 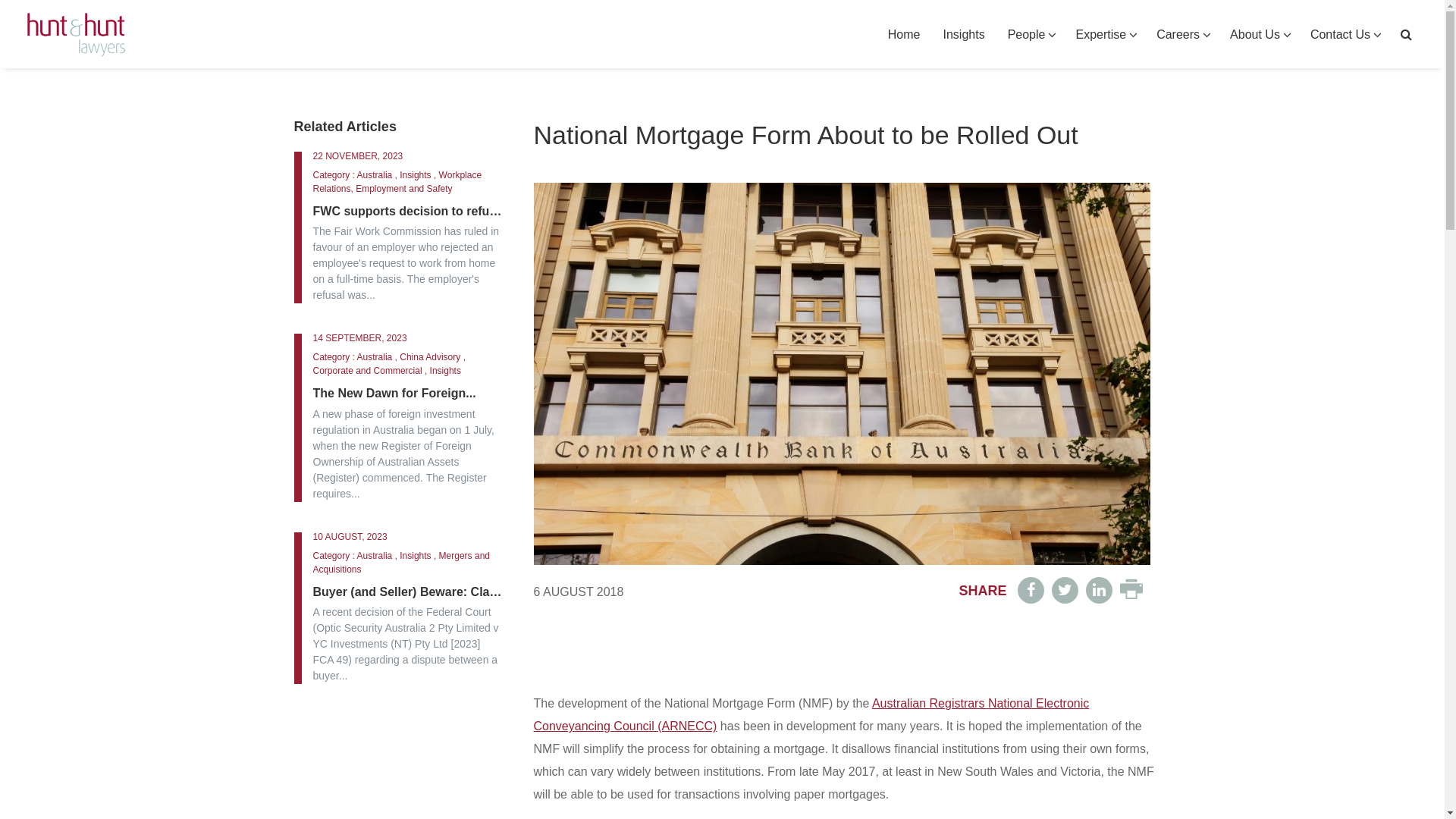 I want to click on 'Print friendly version', so click(x=1120, y=594).